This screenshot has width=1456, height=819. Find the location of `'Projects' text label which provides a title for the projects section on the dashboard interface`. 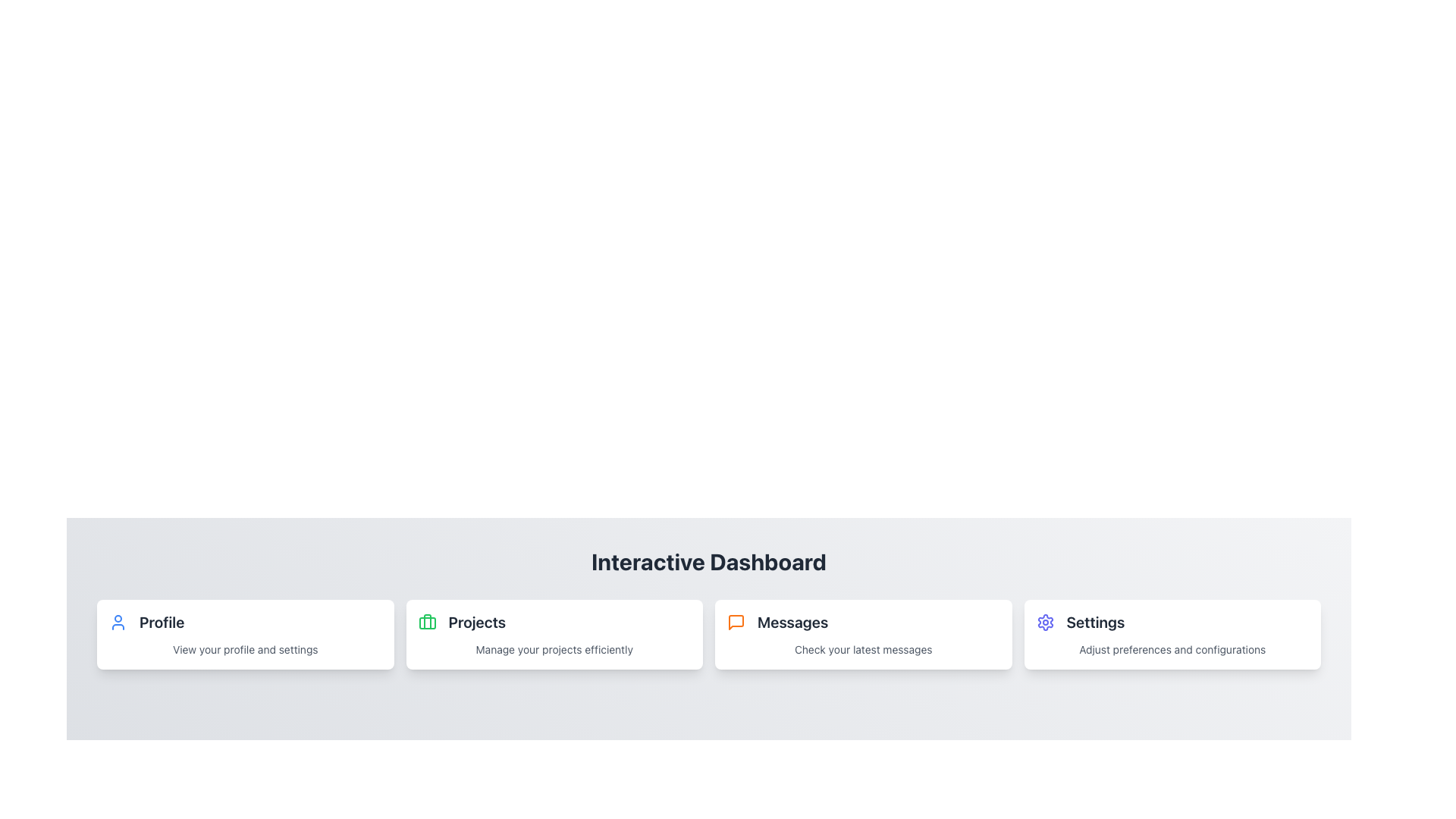

'Projects' text label which provides a title for the projects section on the dashboard interface is located at coordinates (476, 623).